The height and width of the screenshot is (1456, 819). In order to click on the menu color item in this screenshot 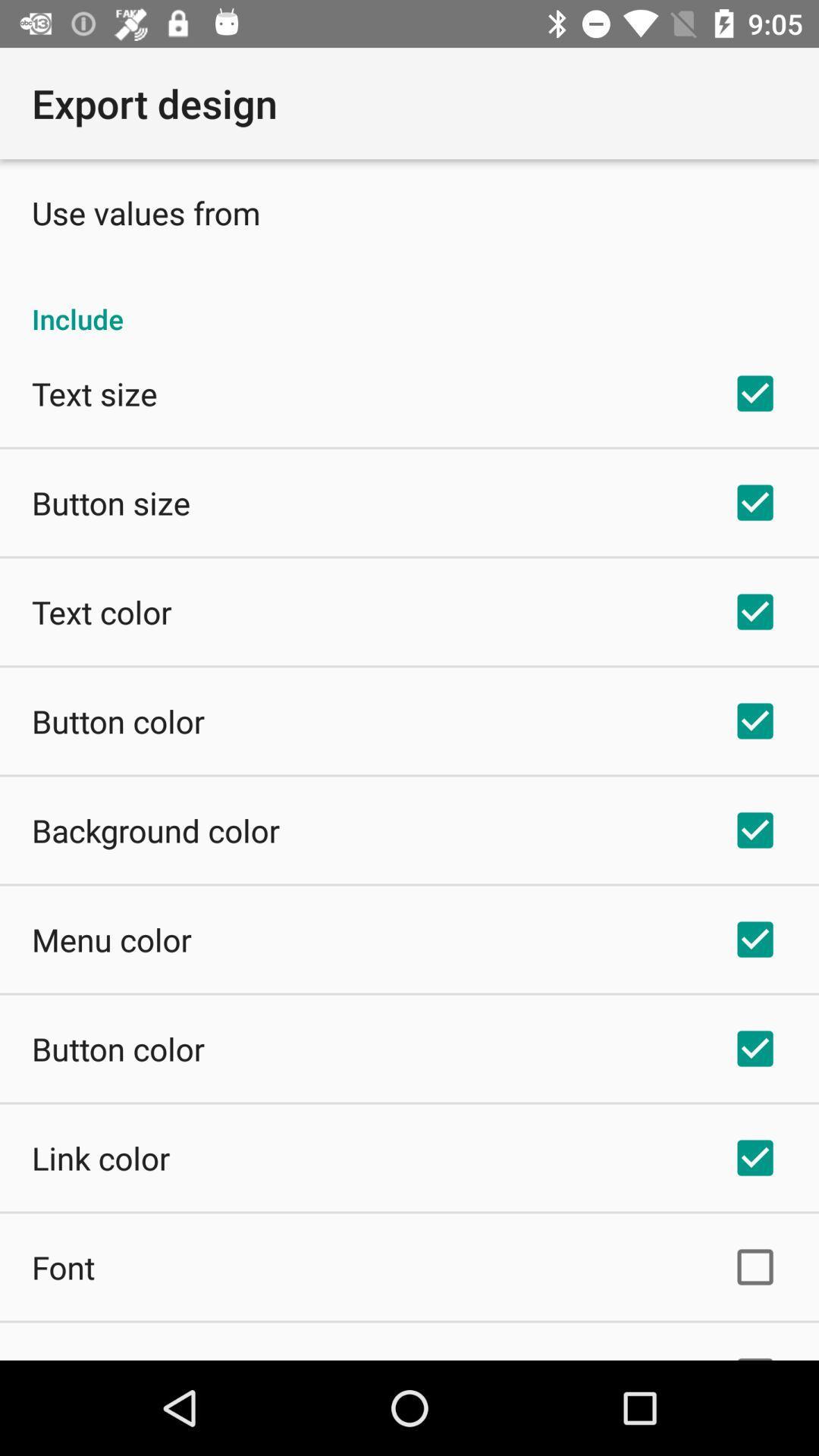, I will do `click(111, 938)`.